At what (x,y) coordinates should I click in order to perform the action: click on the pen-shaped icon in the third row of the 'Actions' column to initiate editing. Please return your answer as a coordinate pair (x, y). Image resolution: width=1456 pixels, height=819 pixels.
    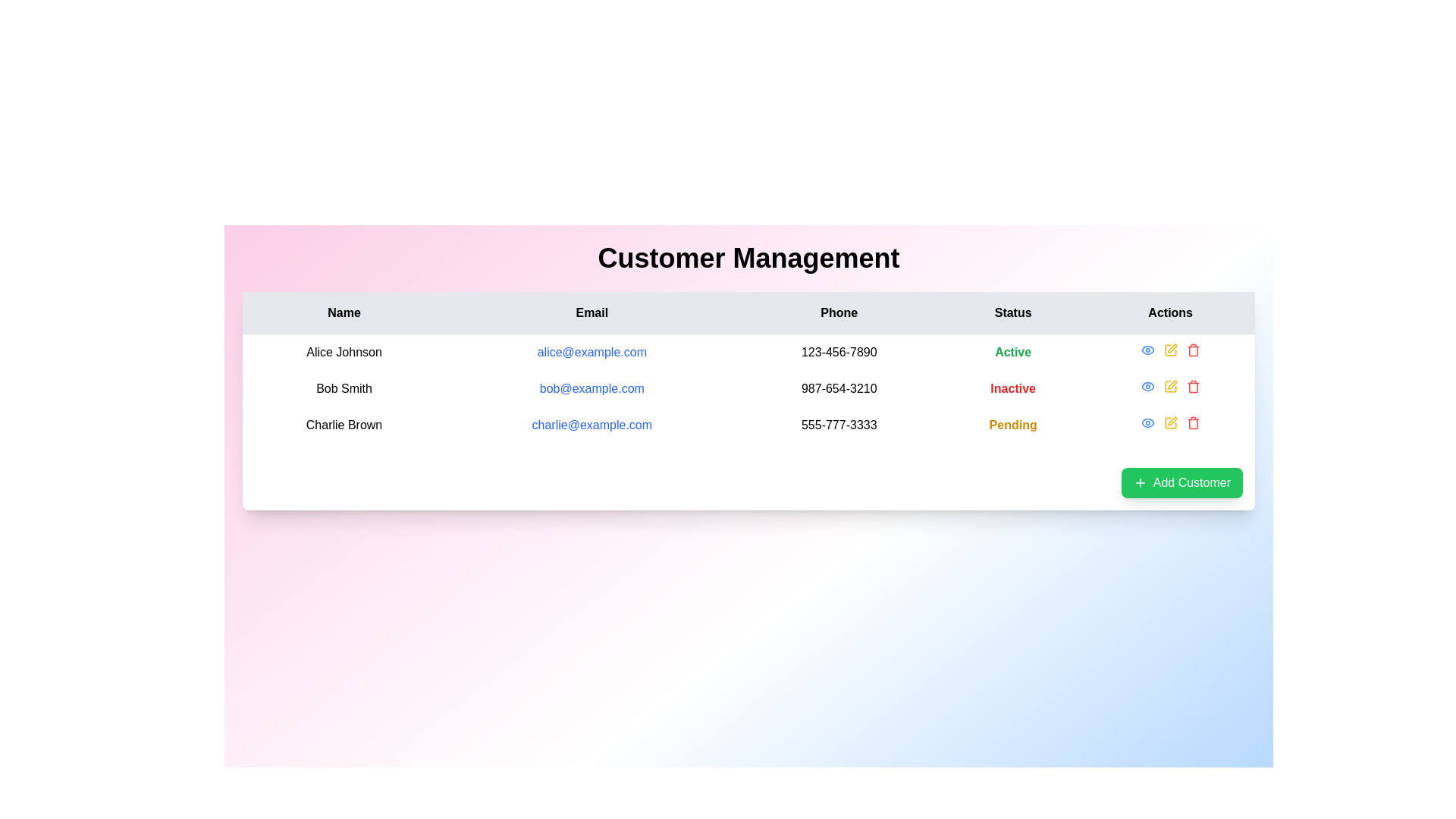
    Looking at the image, I should click on (1171, 421).